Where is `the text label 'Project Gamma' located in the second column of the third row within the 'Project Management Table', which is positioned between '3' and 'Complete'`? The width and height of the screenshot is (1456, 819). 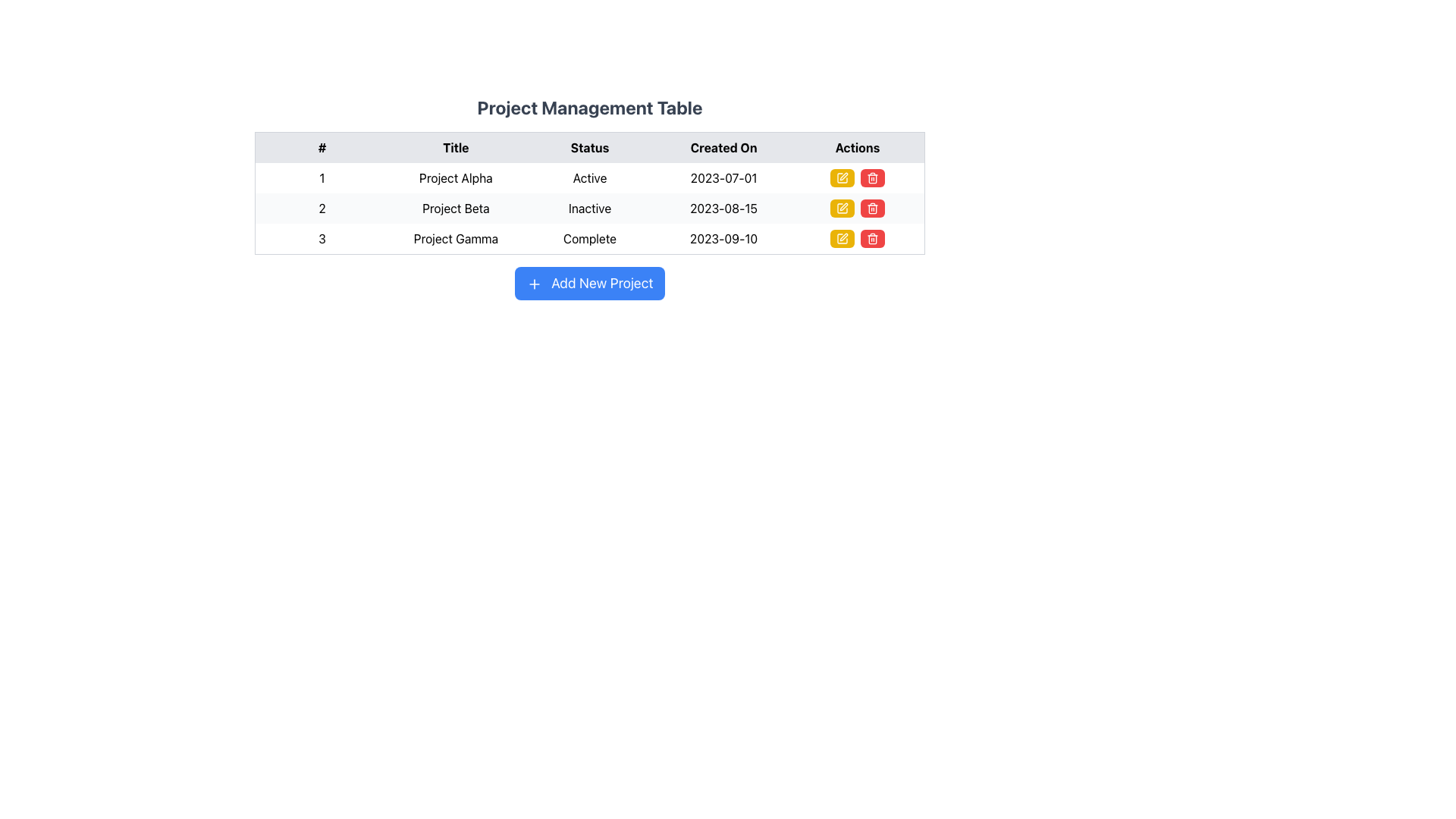
the text label 'Project Gamma' located in the second column of the third row within the 'Project Management Table', which is positioned between '3' and 'Complete' is located at coordinates (455, 239).